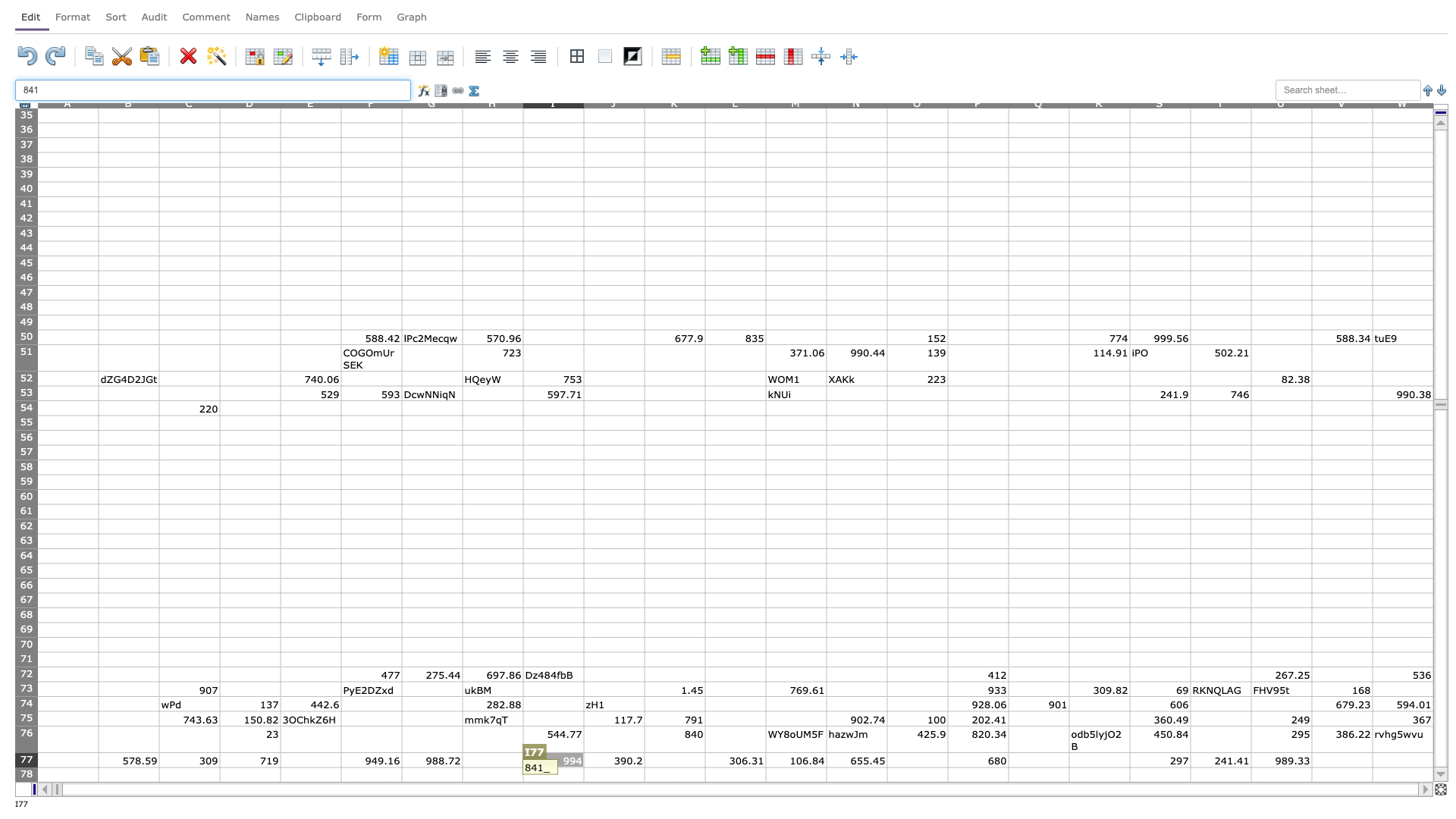 The width and height of the screenshot is (1456, 819). What do you see at coordinates (644, 767) in the screenshot?
I see `Upper left corner of cell K78` at bounding box center [644, 767].